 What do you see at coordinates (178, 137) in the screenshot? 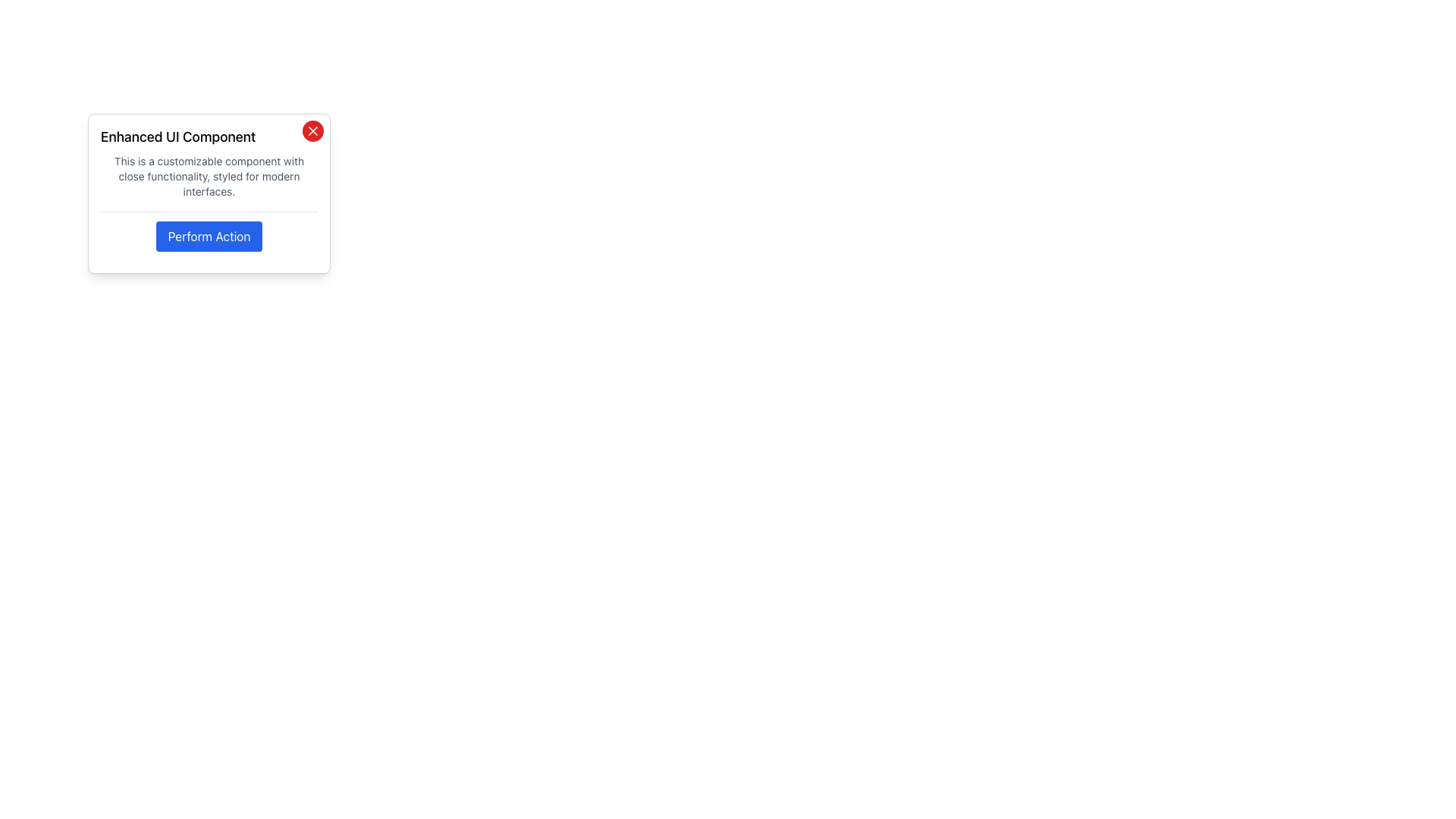
I see `the static text label at the top-left corner of the dialog box, which serves as the title indicating its purpose` at bounding box center [178, 137].